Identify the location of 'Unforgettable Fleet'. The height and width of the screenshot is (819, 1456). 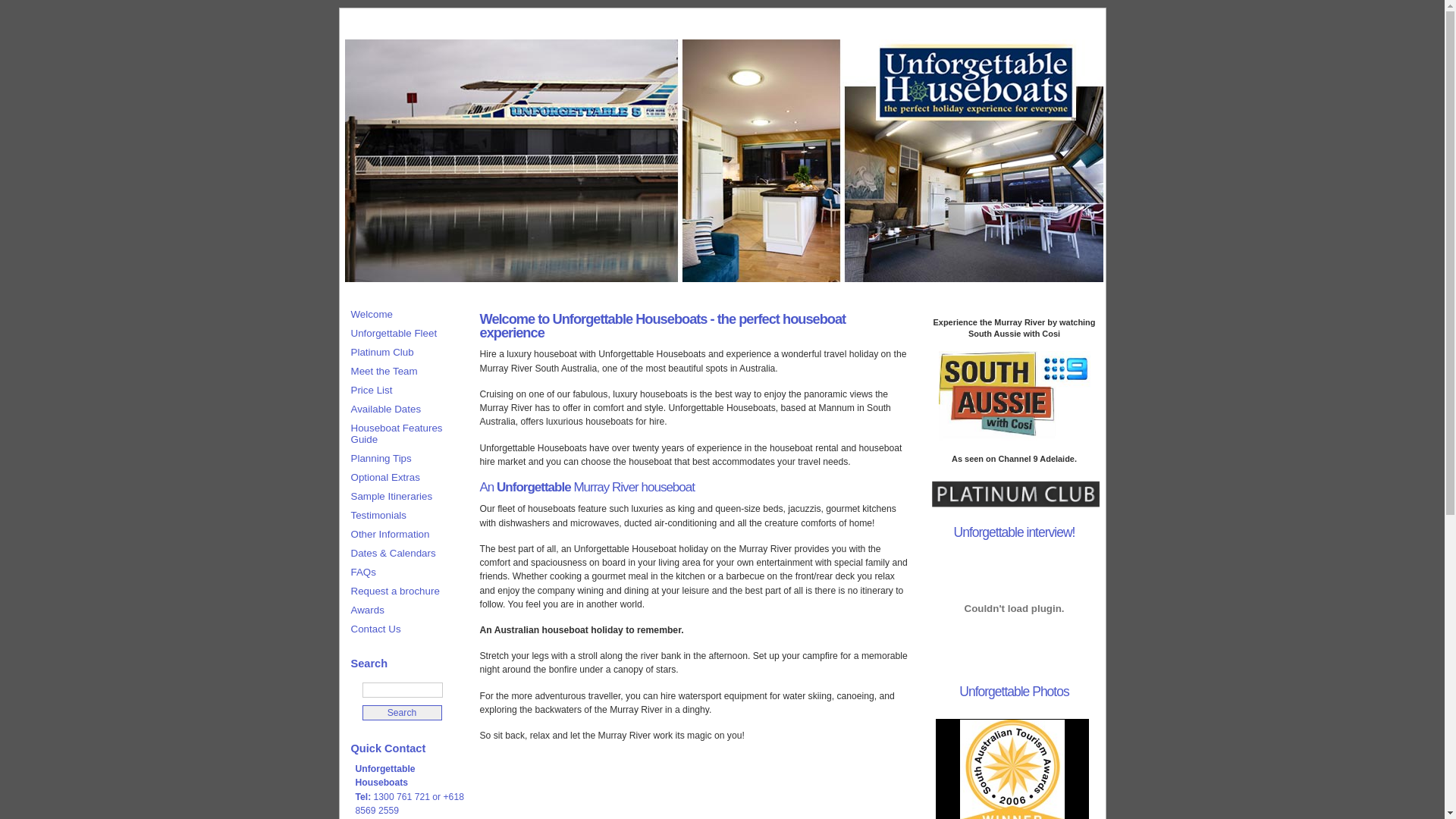
(405, 332).